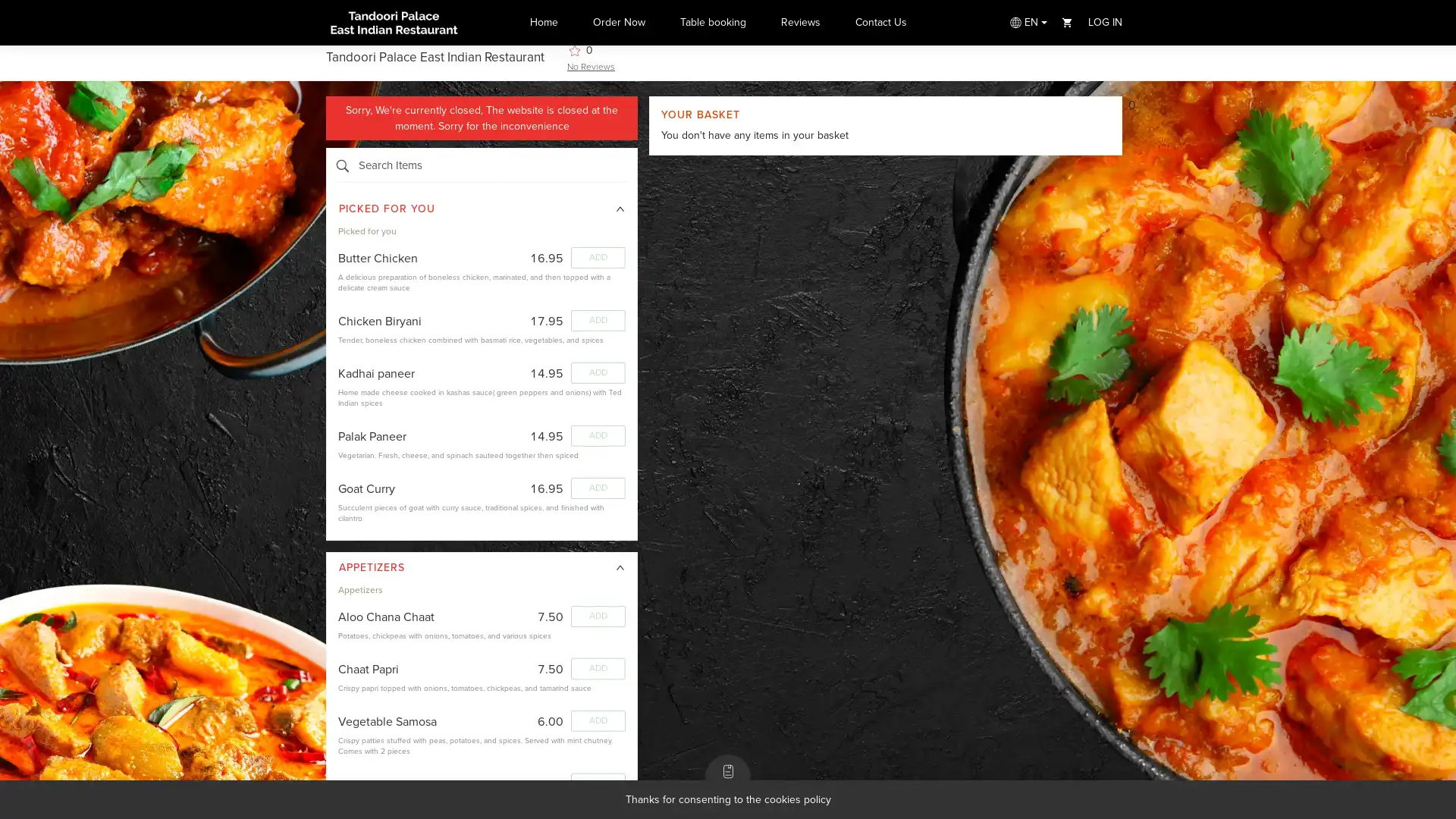 The width and height of the screenshot is (1456, 819). I want to click on EN, so click(1027, 22).